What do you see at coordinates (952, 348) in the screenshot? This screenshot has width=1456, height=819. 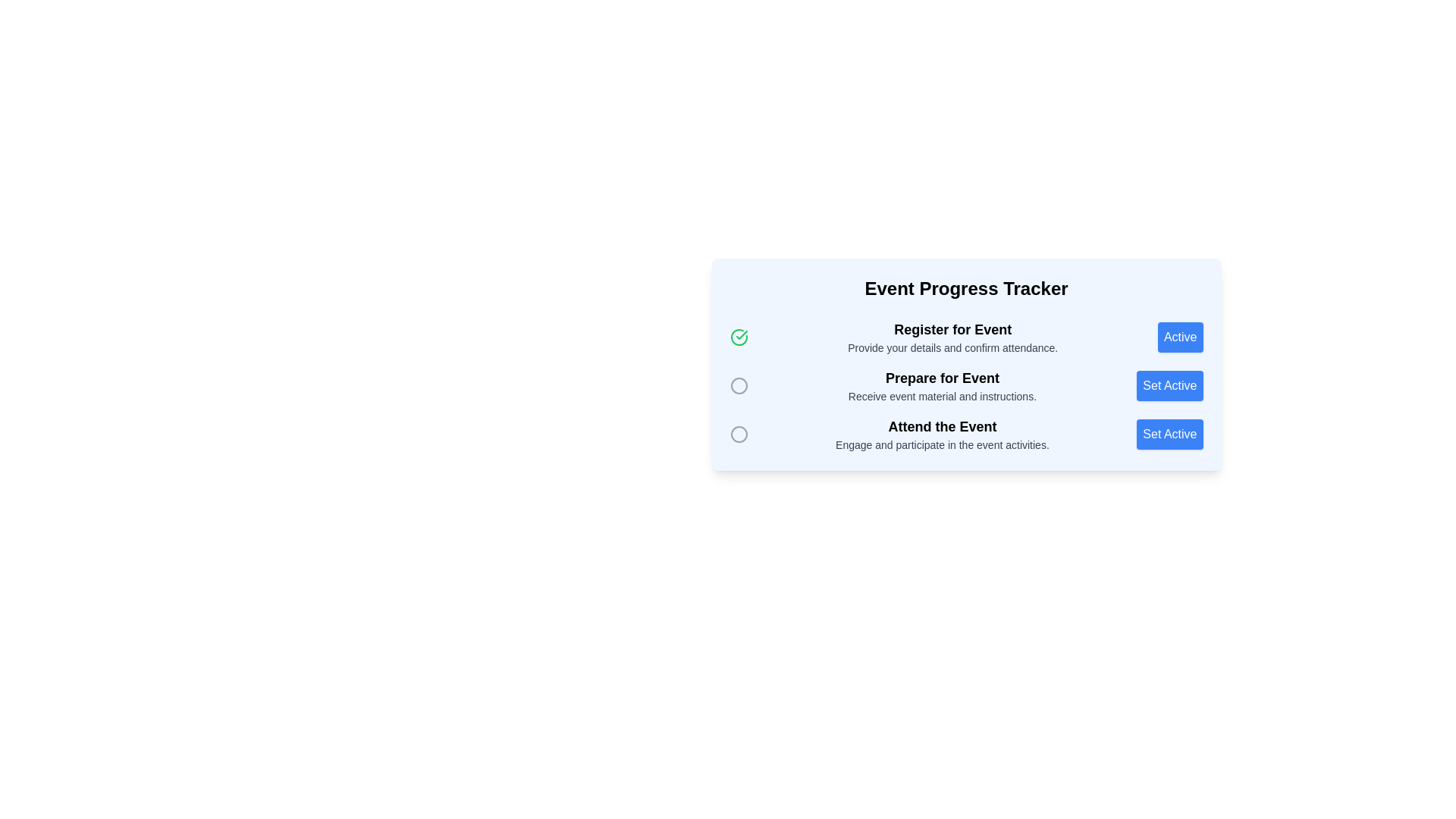 I see `the text label displaying 'Provide your details and confirm attendance.', which is styled in gray and located directly below the title 'Register for Event'` at bounding box center [952, 348].